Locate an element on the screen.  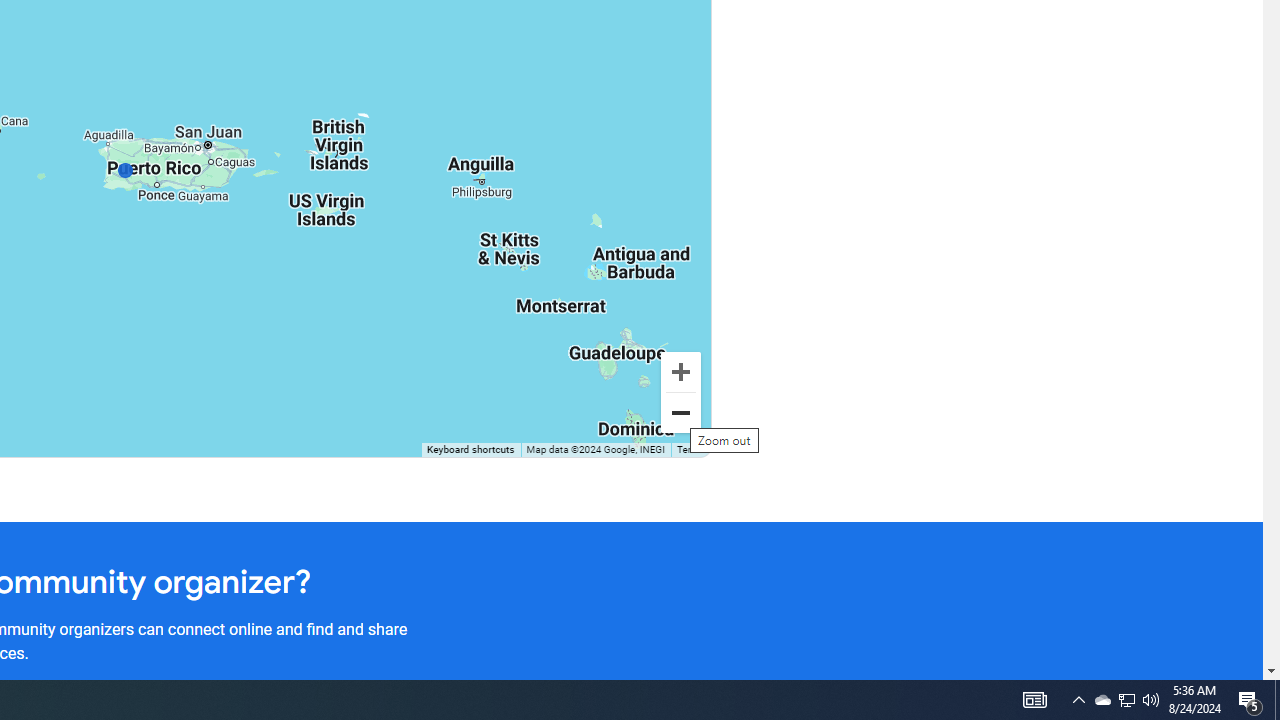
'Zoom in' is located at coordinates (680, 371).